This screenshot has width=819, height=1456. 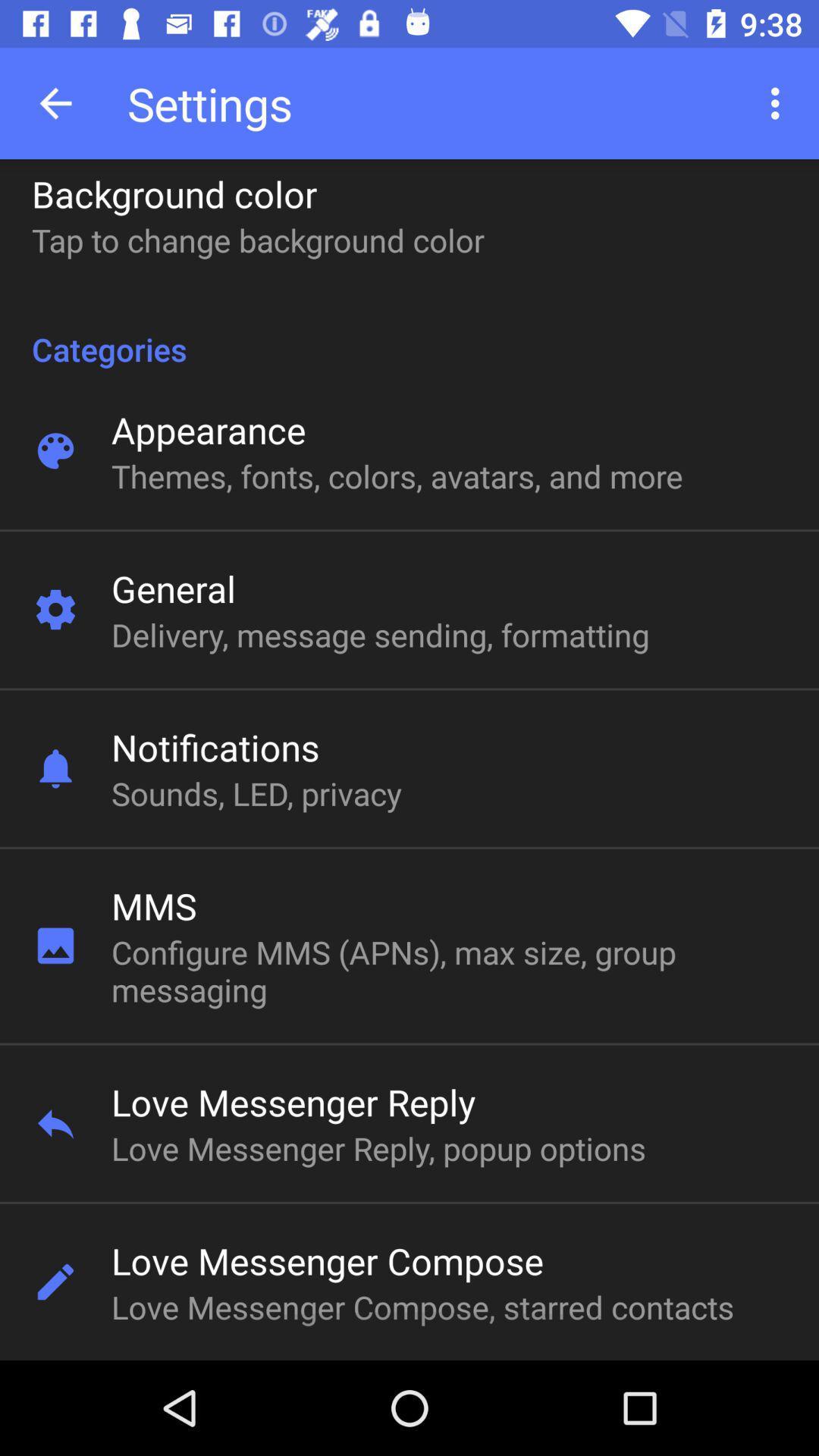 I want to click on item to the left of settings icon, so click(x=55, y=102).